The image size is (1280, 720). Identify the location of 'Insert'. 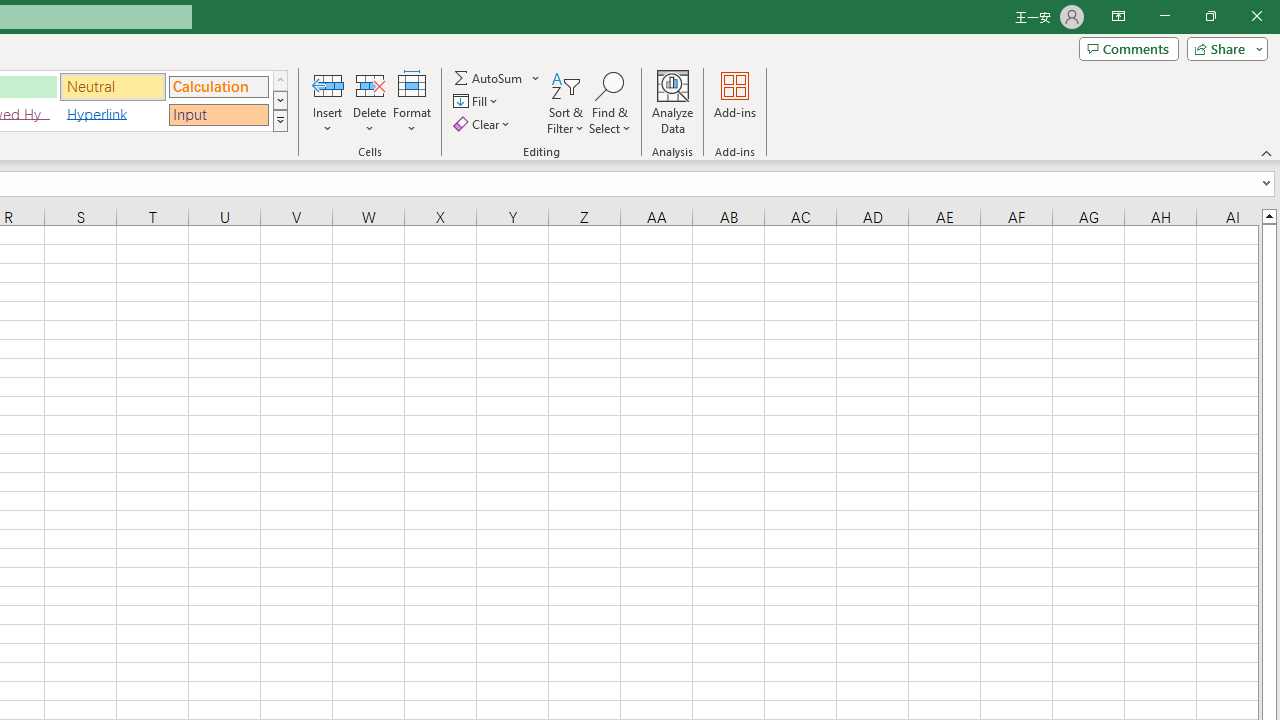
(328, 103).